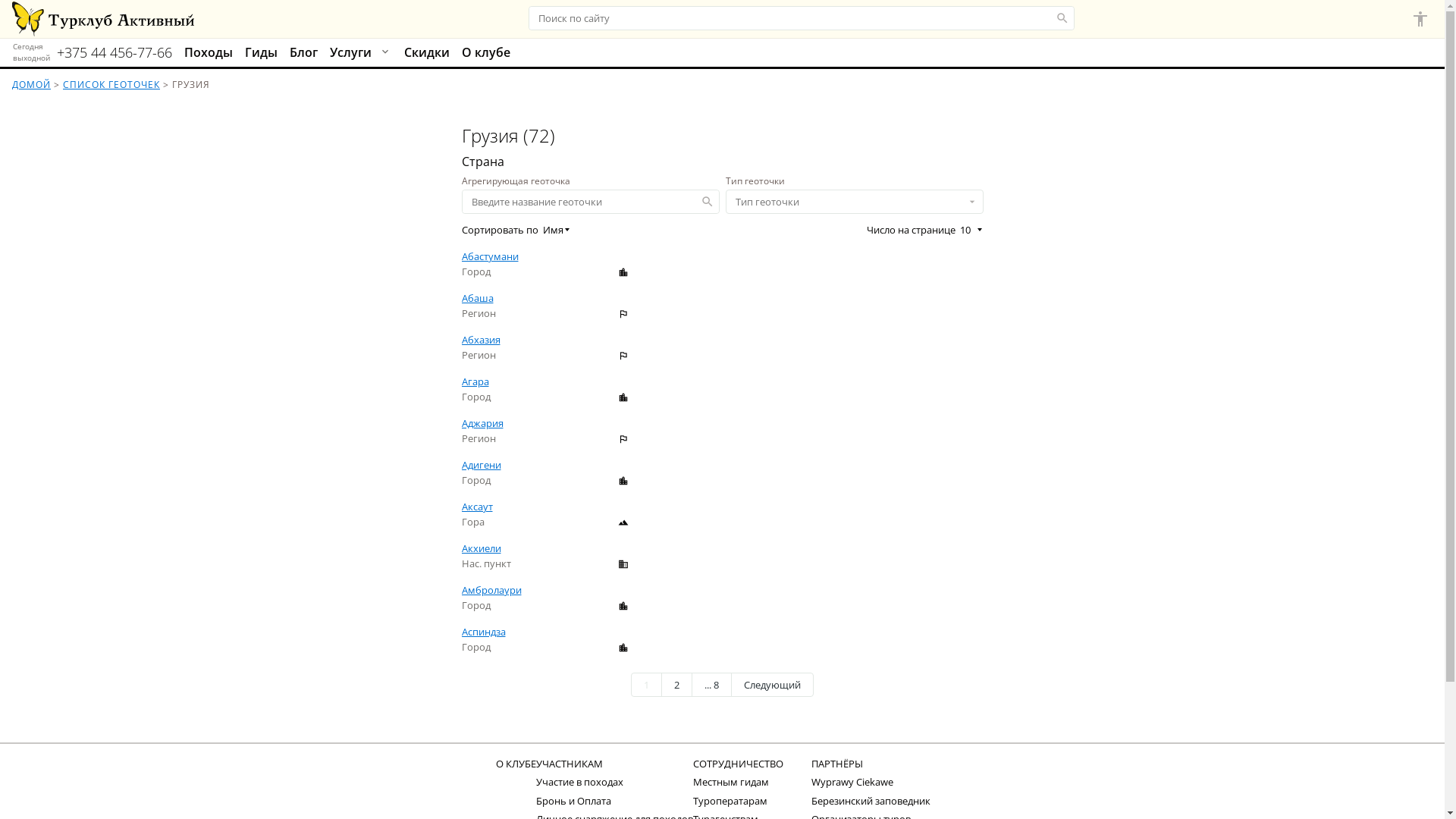  Describe the element at coordinates (57, 52) in the screenshot. I see `'+375 44 456-77-66'` at that location.